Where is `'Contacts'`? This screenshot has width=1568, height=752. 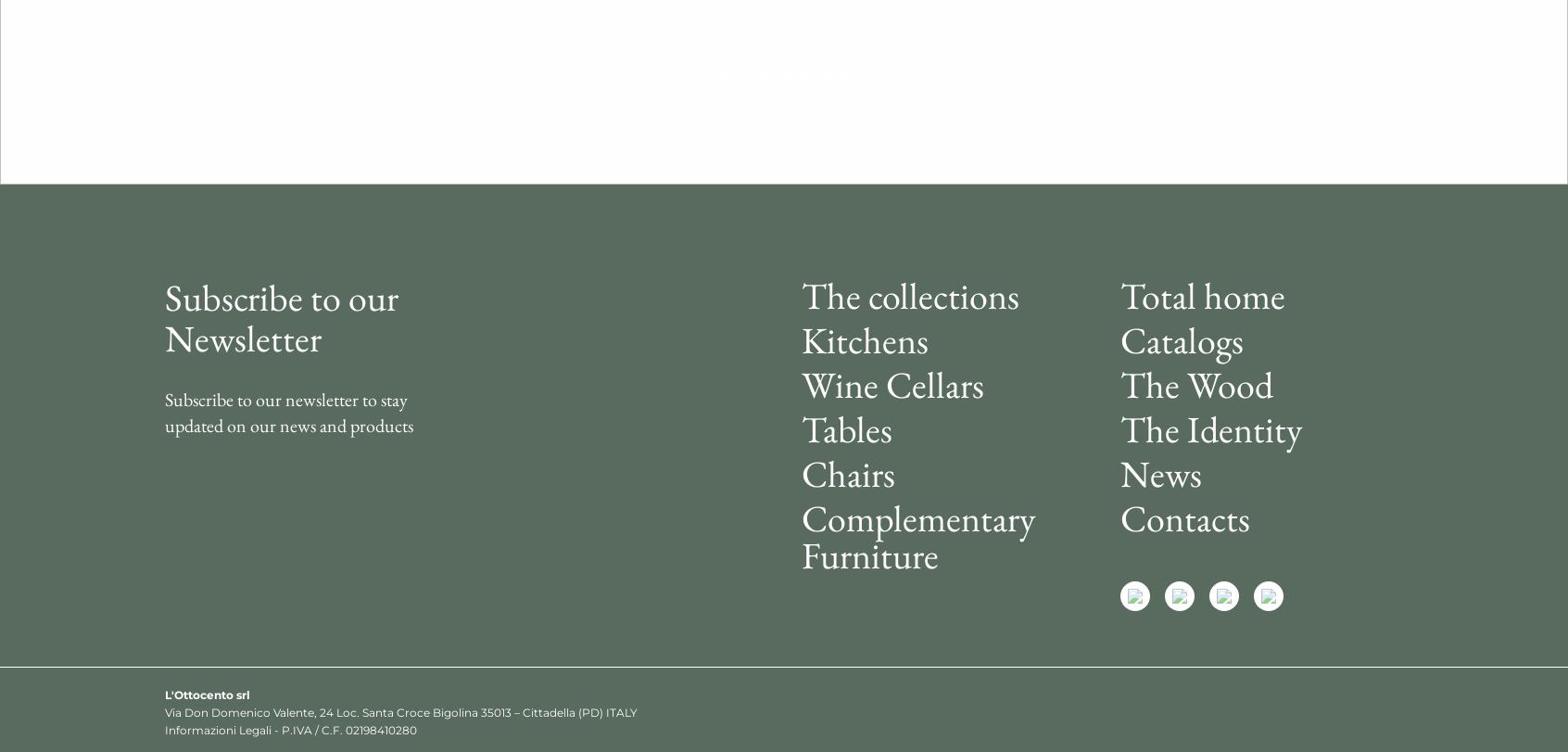
'Contacts' is located at coordinates (1182, 516).